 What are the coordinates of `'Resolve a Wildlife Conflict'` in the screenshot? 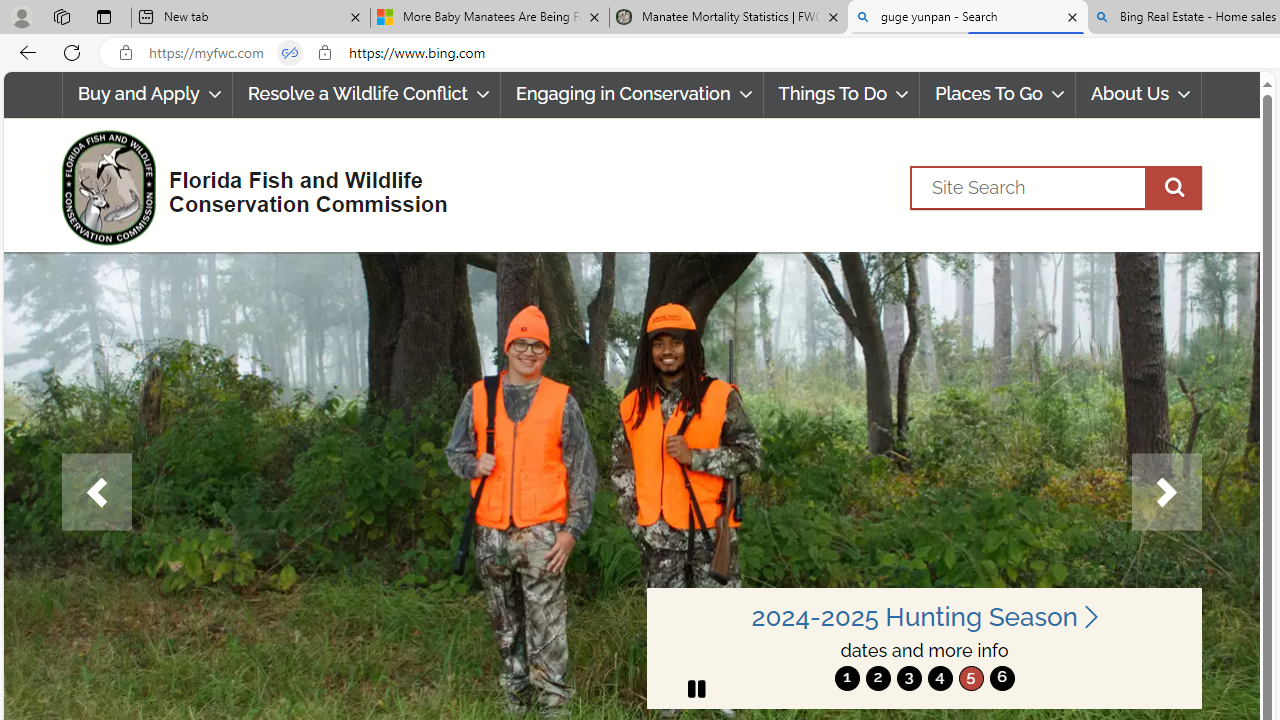 It's located at (366, 94).